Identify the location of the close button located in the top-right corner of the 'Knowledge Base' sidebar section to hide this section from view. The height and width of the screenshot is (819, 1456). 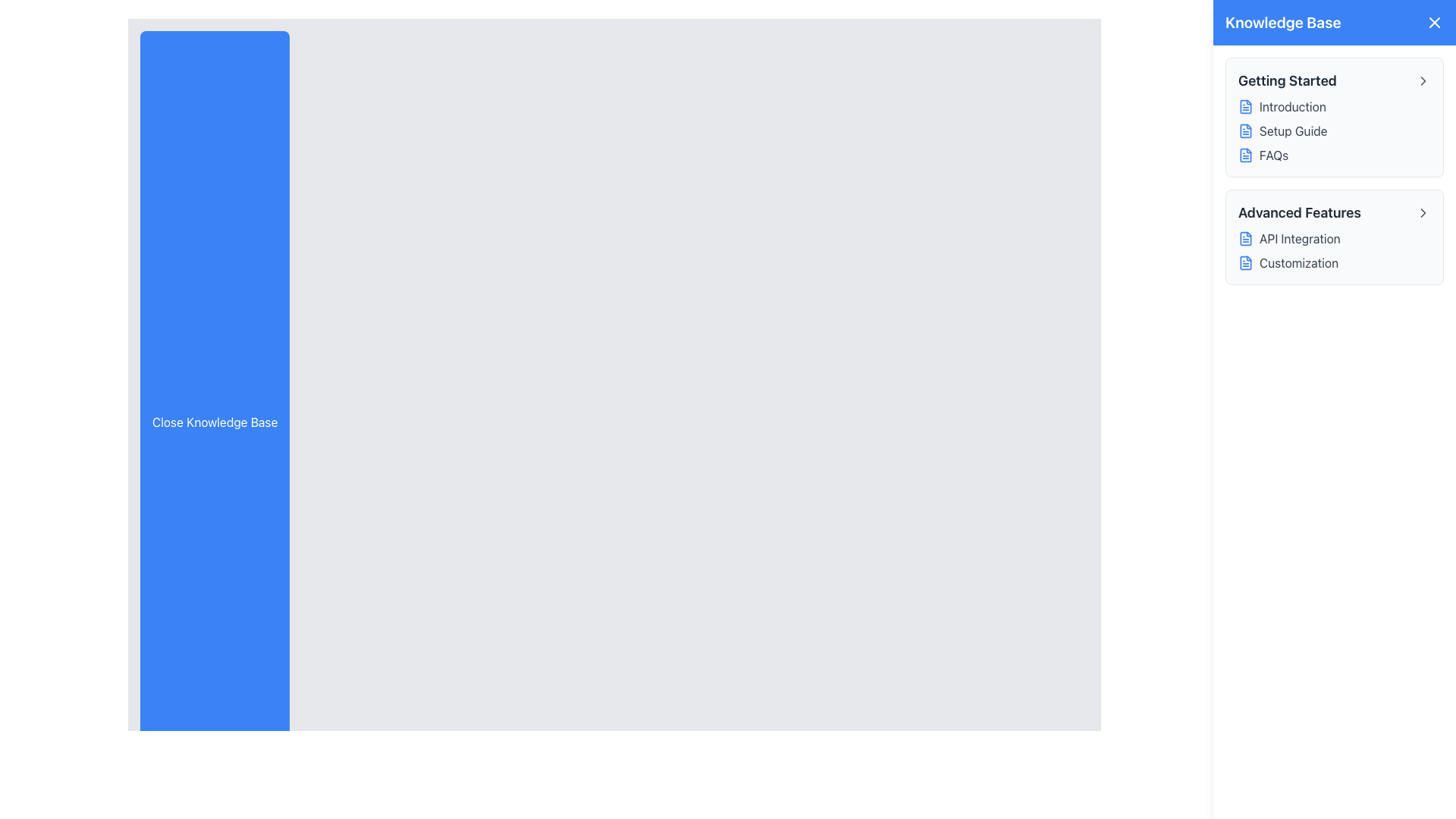
(1433, 23).